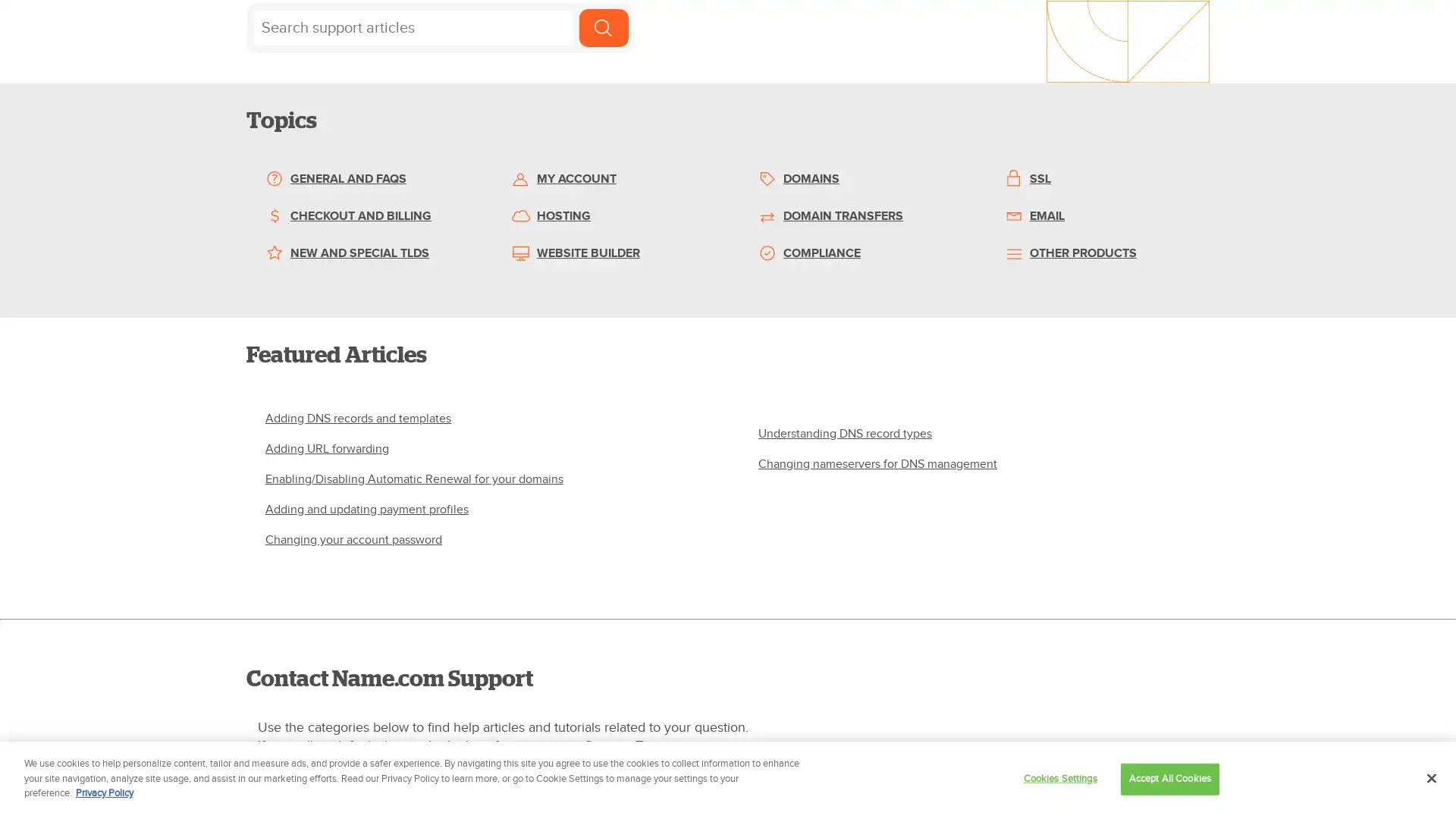 This screenshot has width=1456, height=819. Describe the element at coordinates (1169, 778) in the screenshot. I see `Accept All Cookies` at that location.